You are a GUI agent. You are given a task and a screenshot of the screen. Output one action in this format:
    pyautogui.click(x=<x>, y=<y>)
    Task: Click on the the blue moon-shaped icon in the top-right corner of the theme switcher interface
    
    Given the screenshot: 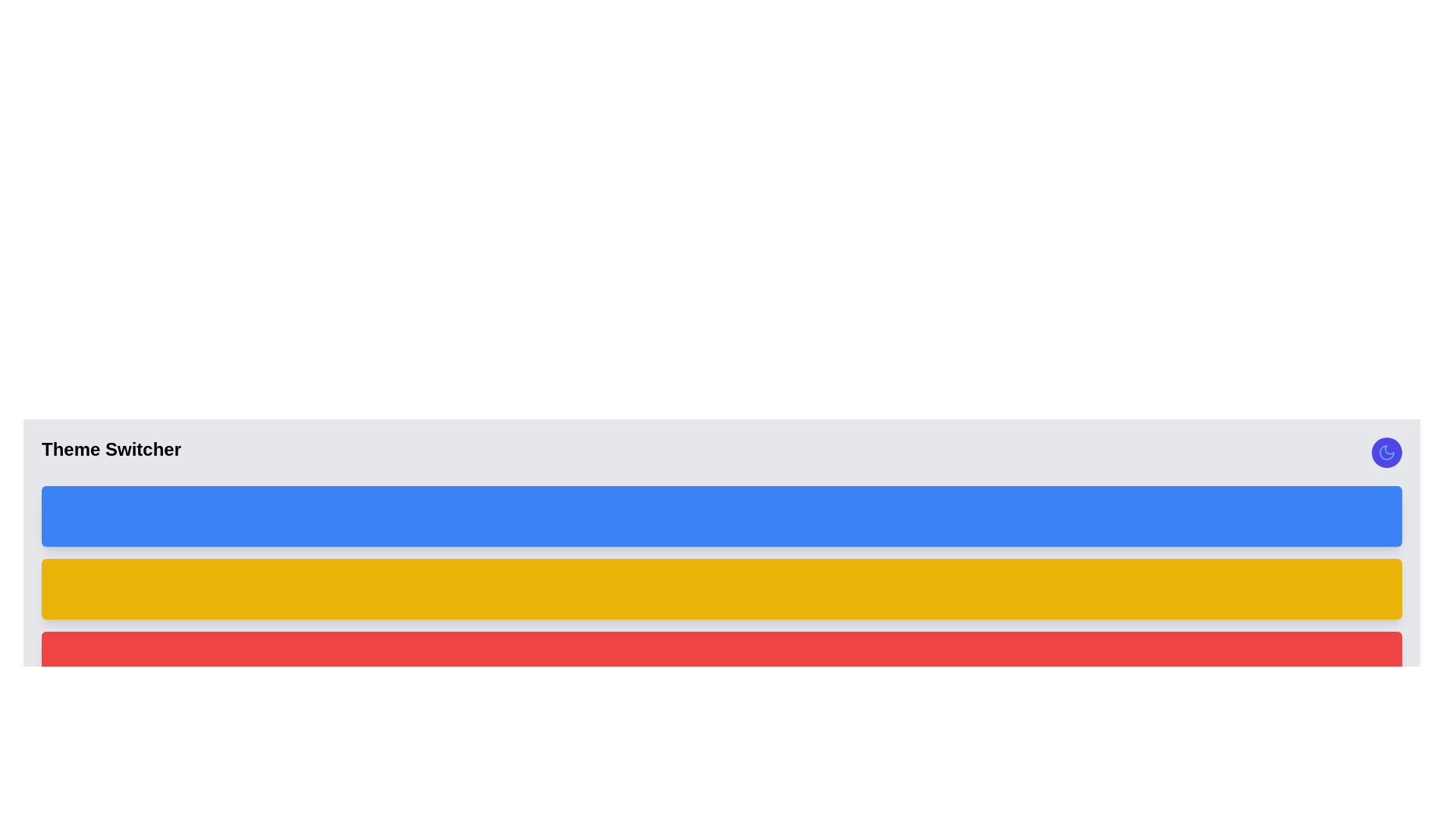 What is the action you would take?
    pyautogui.click(x=1386, y=452)
    